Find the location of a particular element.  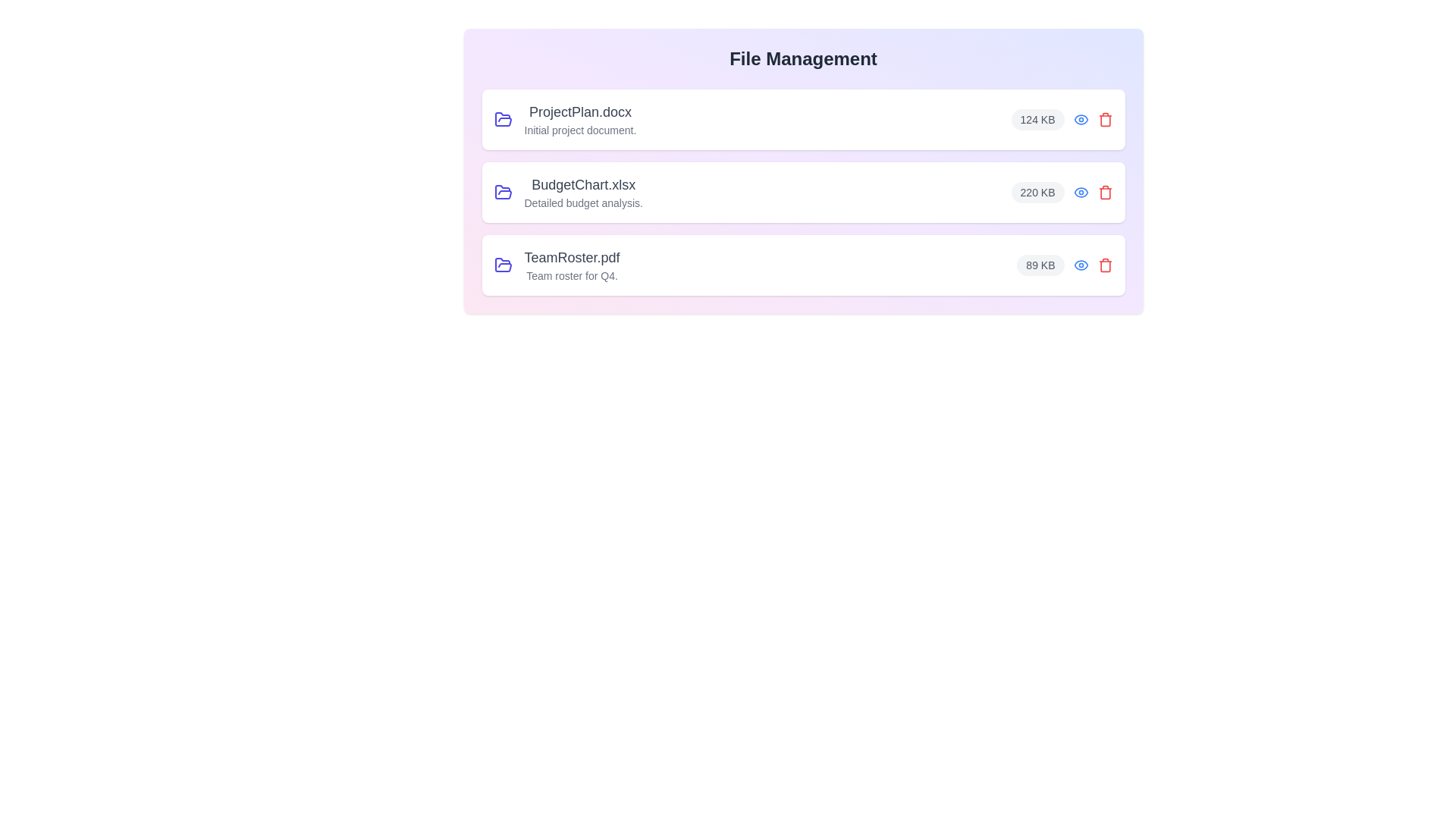

the trash icon to delete the file TeamRoster.pdf is located at coordinates (1105, 265).